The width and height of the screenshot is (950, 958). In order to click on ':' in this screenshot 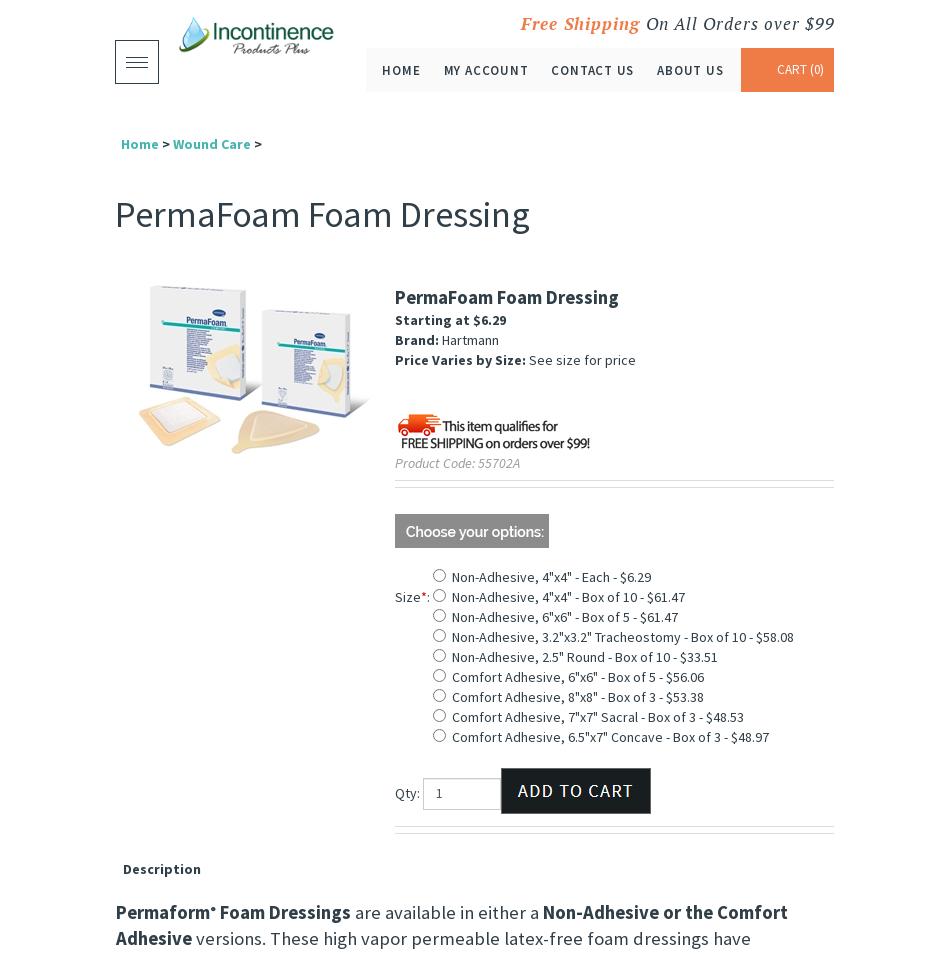, I will do `click(426, 597)`.